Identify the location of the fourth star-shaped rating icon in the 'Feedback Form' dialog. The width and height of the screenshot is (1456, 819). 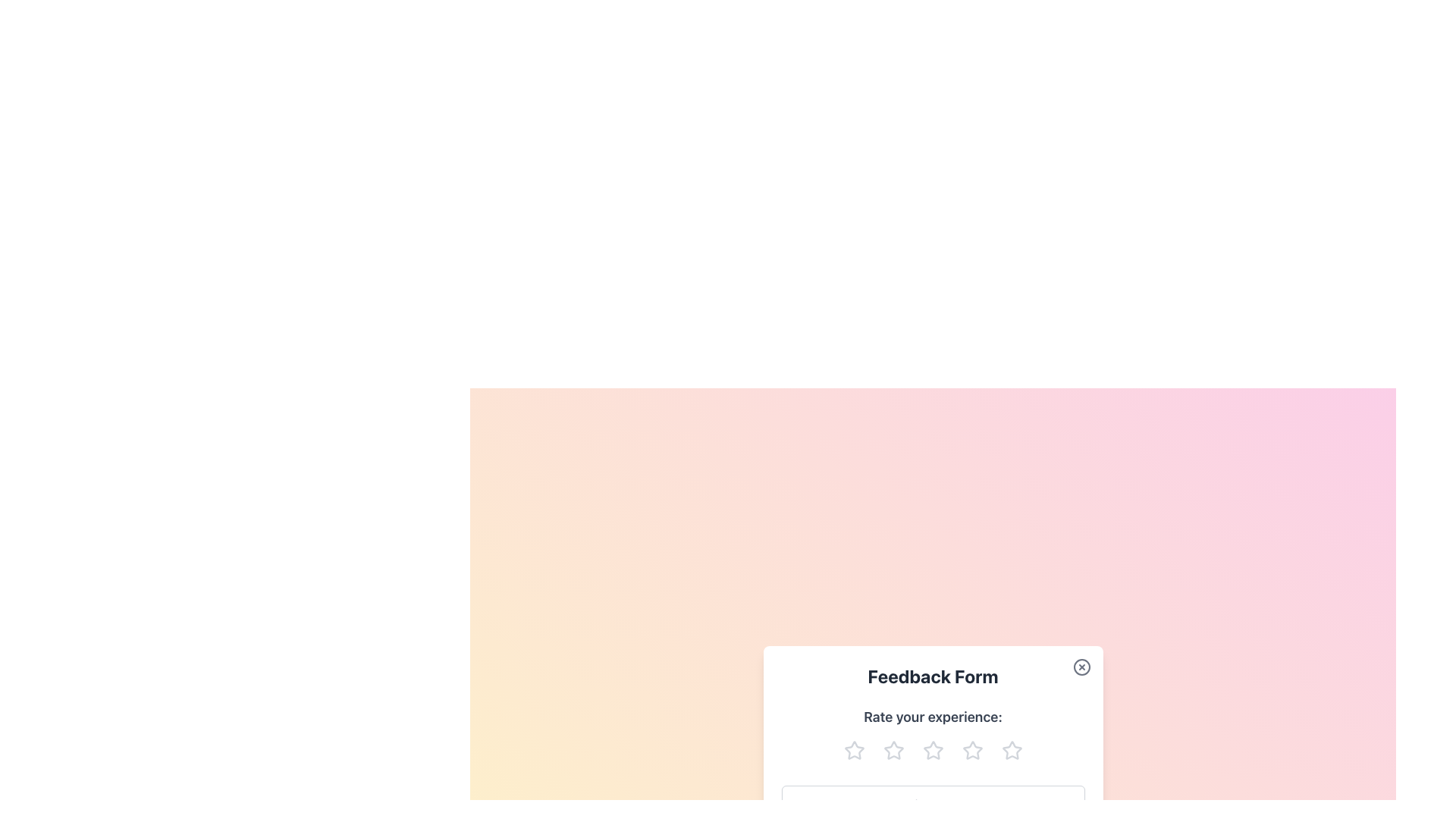
(1012, 751).